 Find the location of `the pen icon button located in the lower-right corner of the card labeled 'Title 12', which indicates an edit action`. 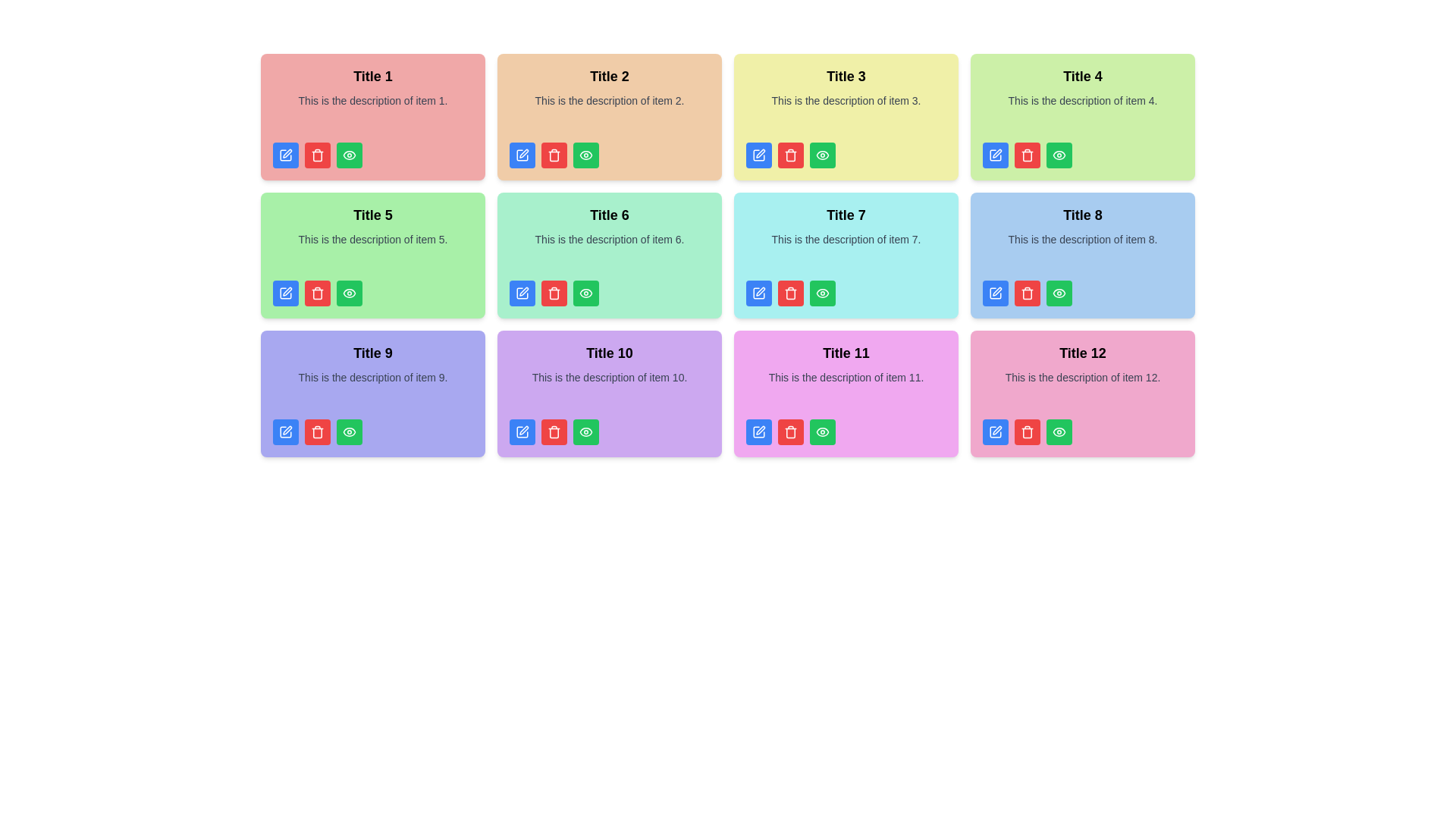

the pen icon button located in the lower-right corner of the card labeled 'Title 12', which indicates an edit action is located at coordinates (997, 430).